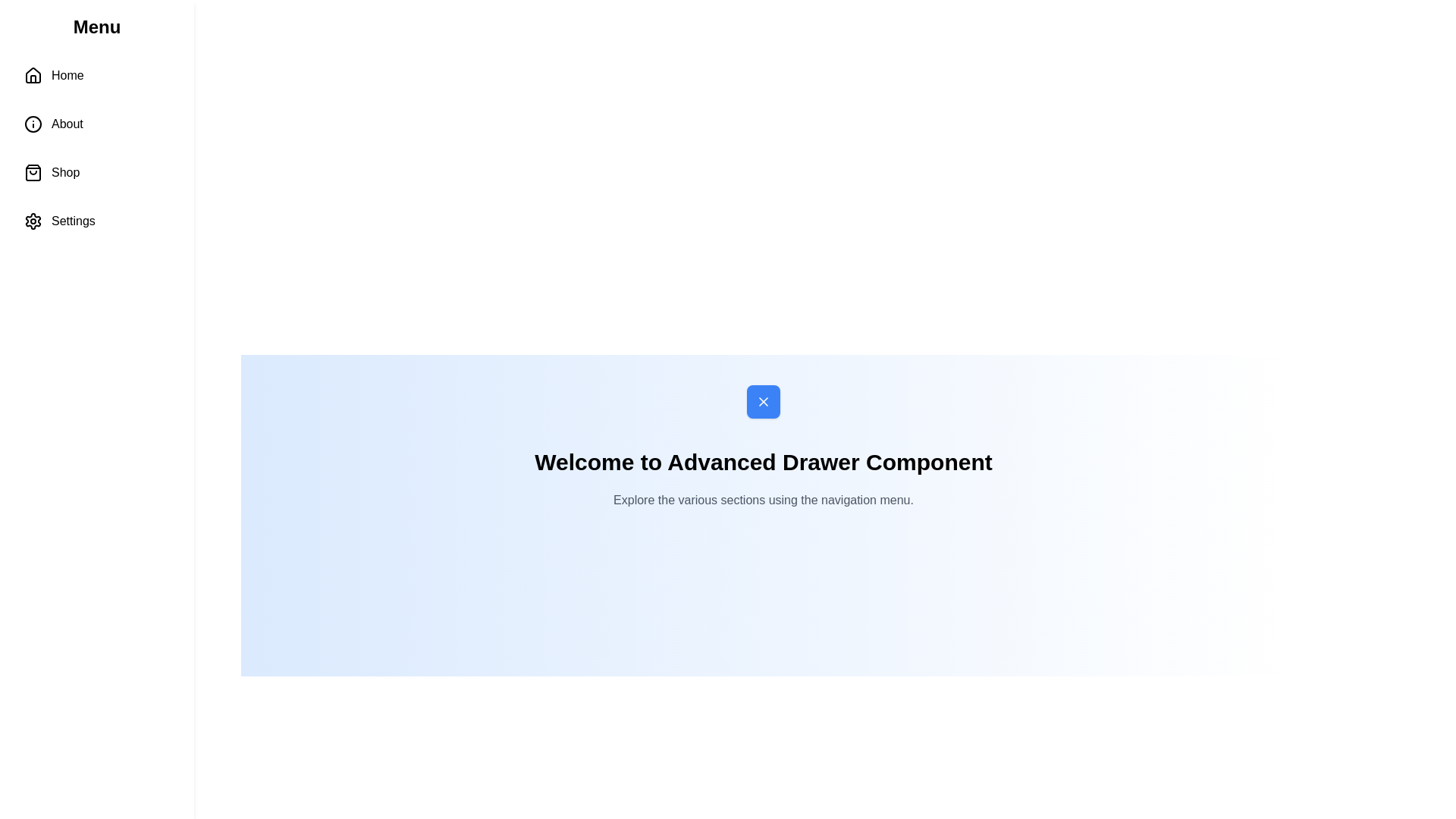  Describe the element at coordinates (764, 461) in the screenshot. I see `the prominently styled heading with large, bold text reading 'Welcome to Advanced Drawer Component'` at that location.